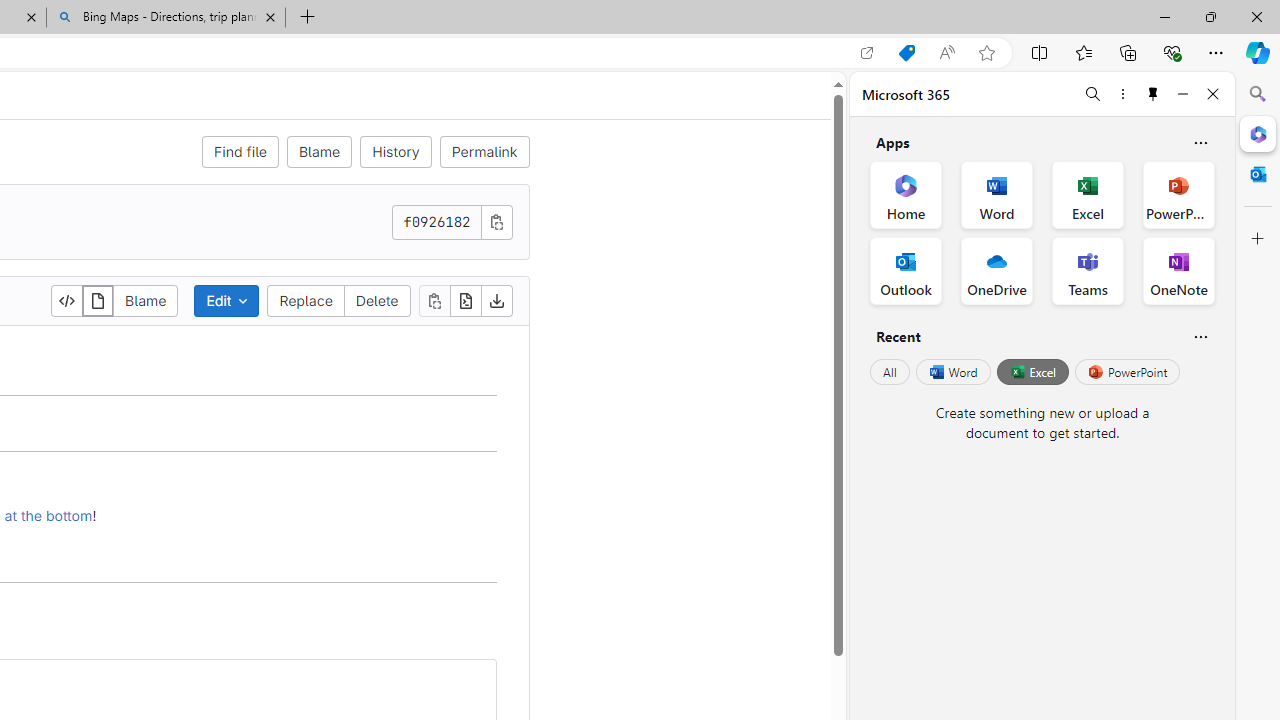 This screenshot has width=1280, height=720. Describe the element at coordinates (905, 195) in the screenshot. I see `'Home Office App'` at that location.